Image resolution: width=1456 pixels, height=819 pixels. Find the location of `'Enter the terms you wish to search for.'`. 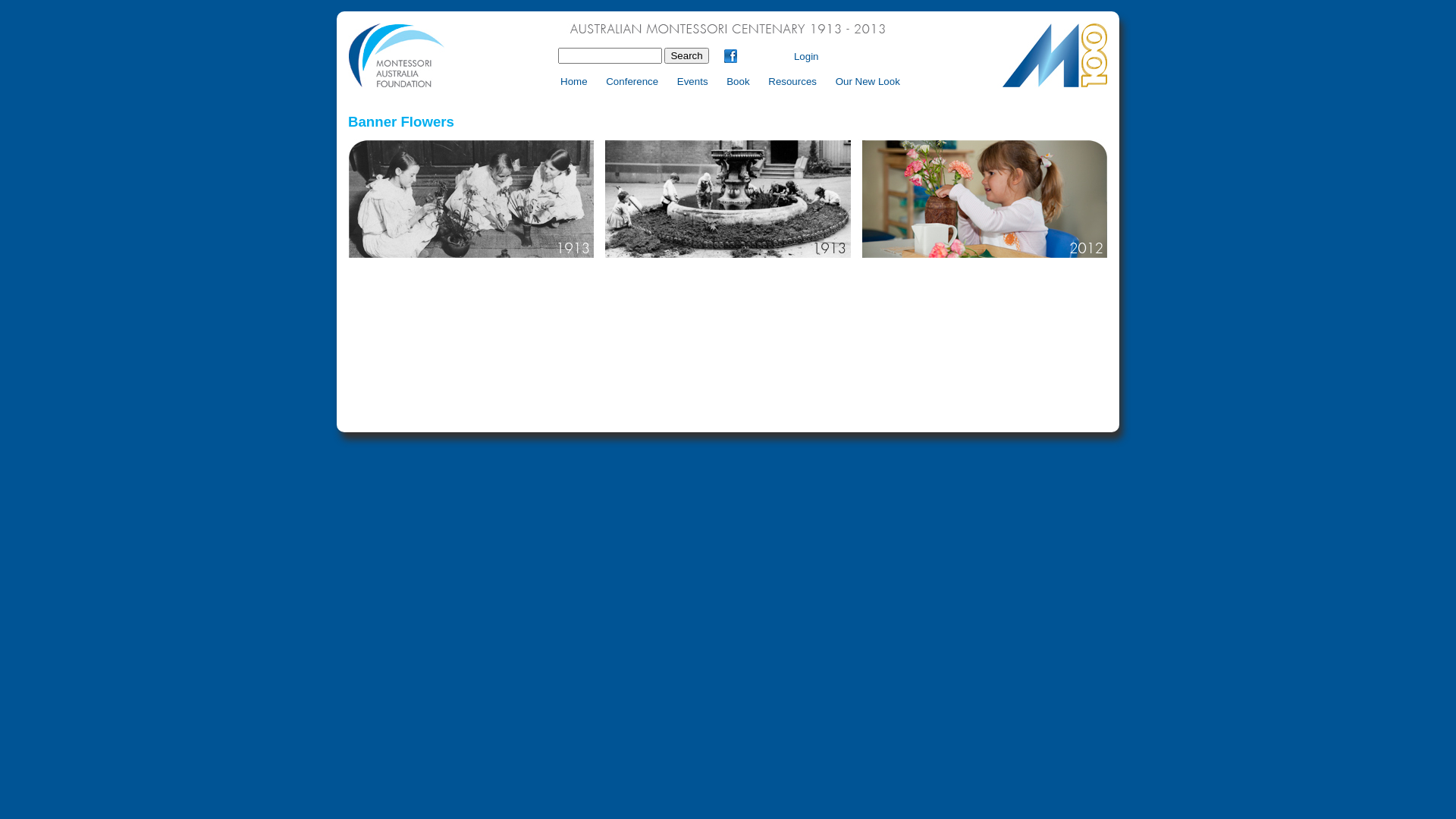

'Enter the terms you wish to search for.' is located at coordinates (610, 55).